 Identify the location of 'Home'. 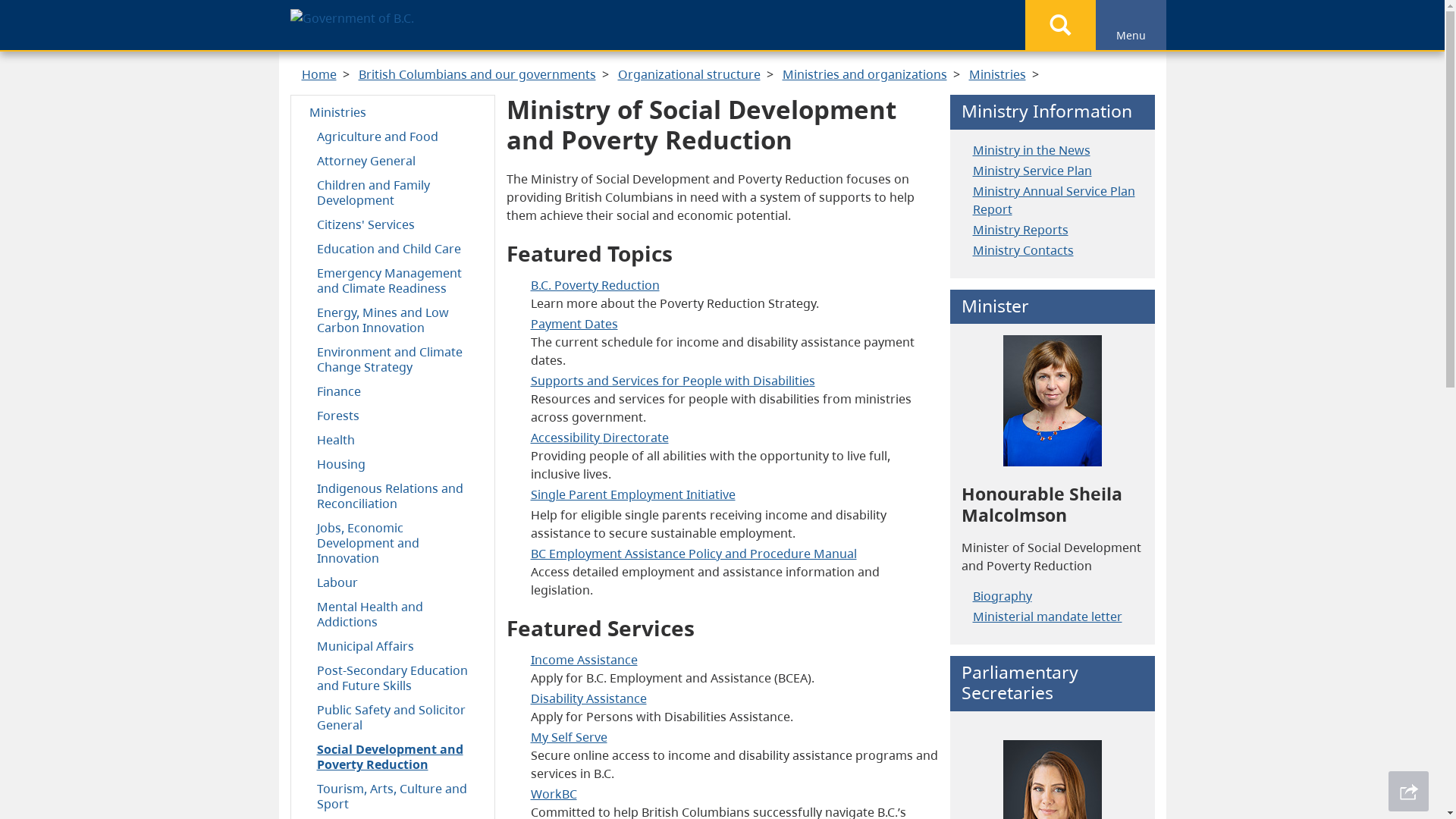
(318, 74).